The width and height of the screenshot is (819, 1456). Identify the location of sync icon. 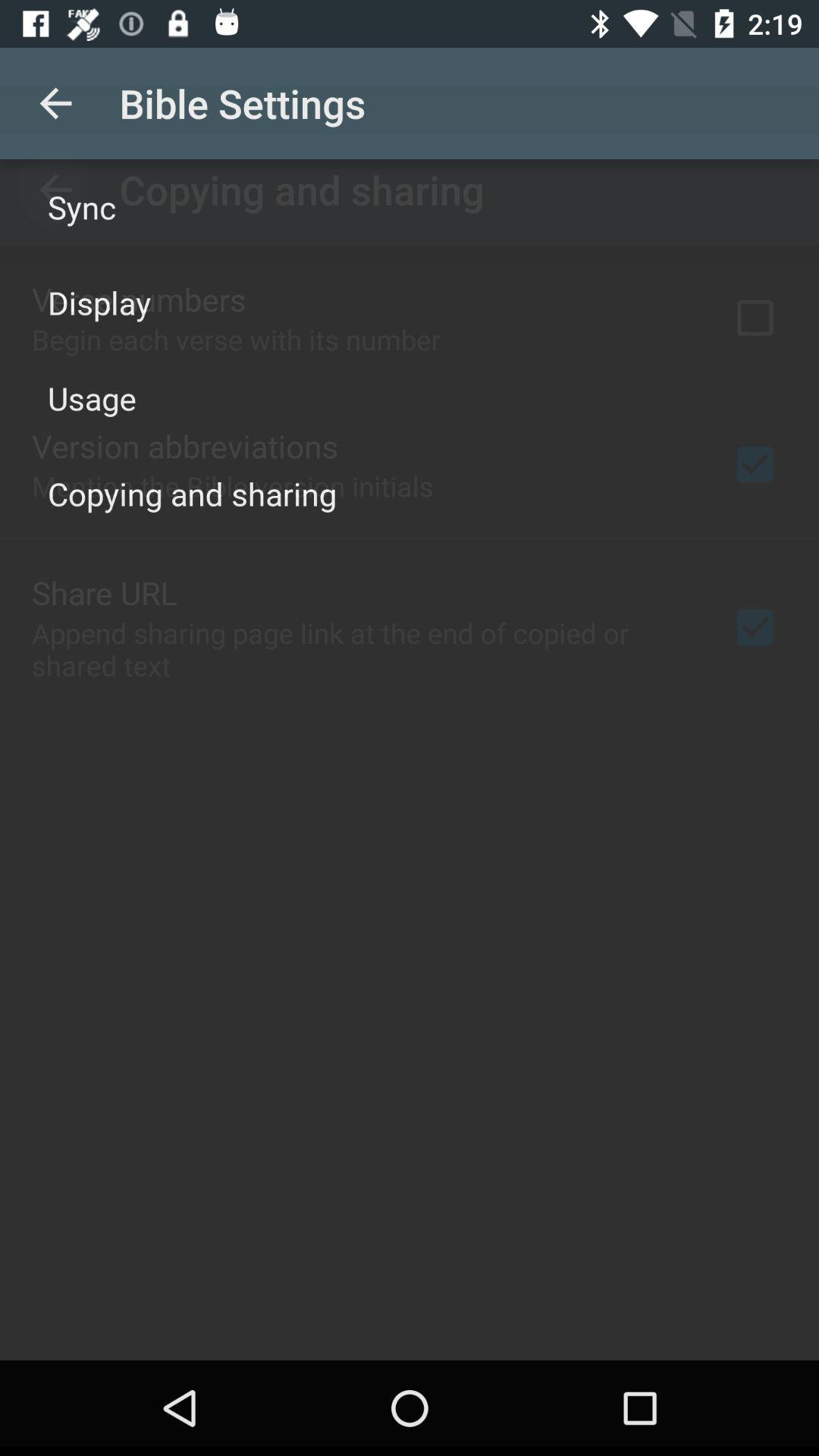
(82, 206).